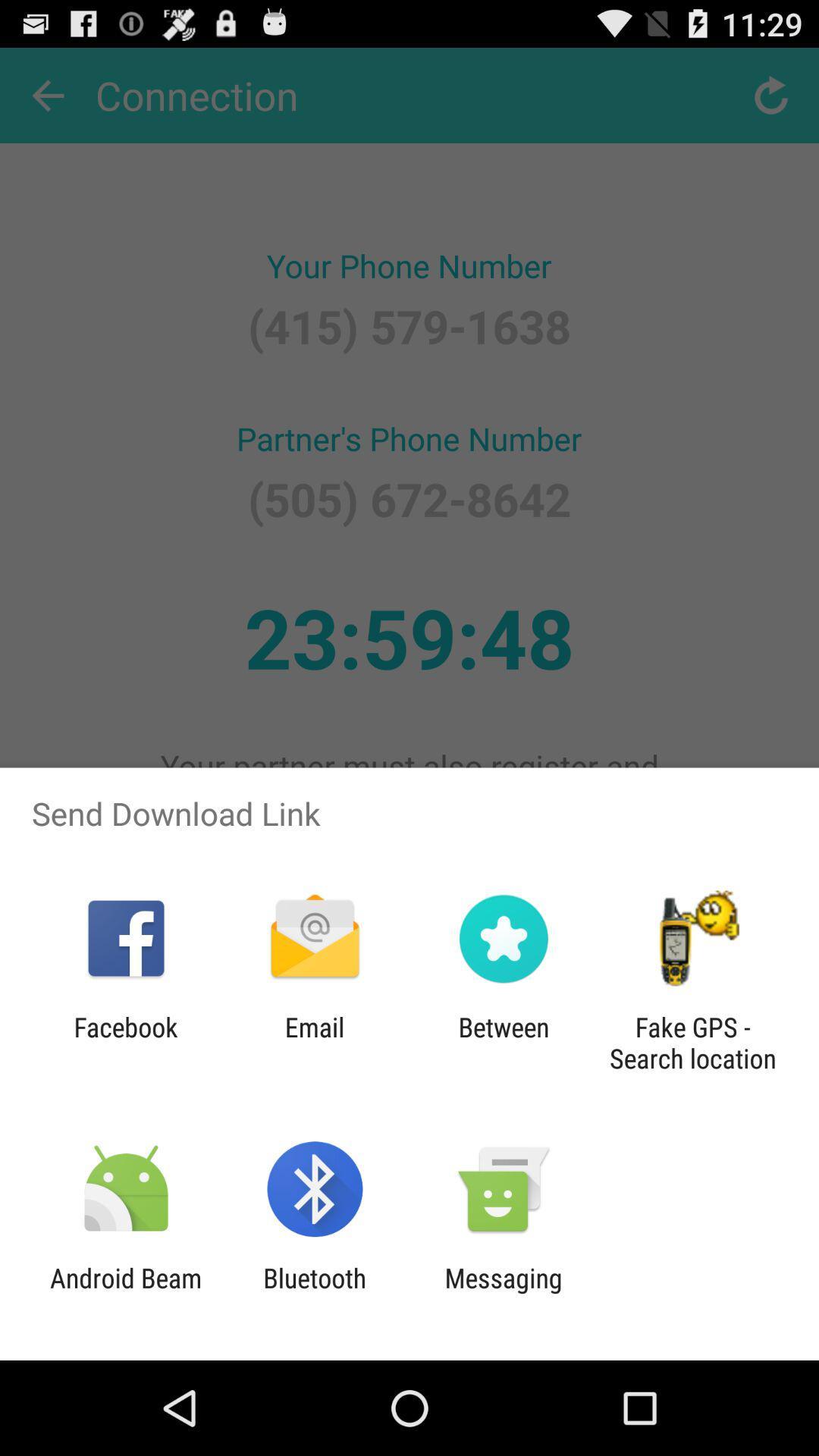 The height and width of the screenshot is (1456, 819). What do you see at coordinates (125, 1293) in the screenshot?
I see `item to the left of bluetooth app` at bounding box center [125, 1293].